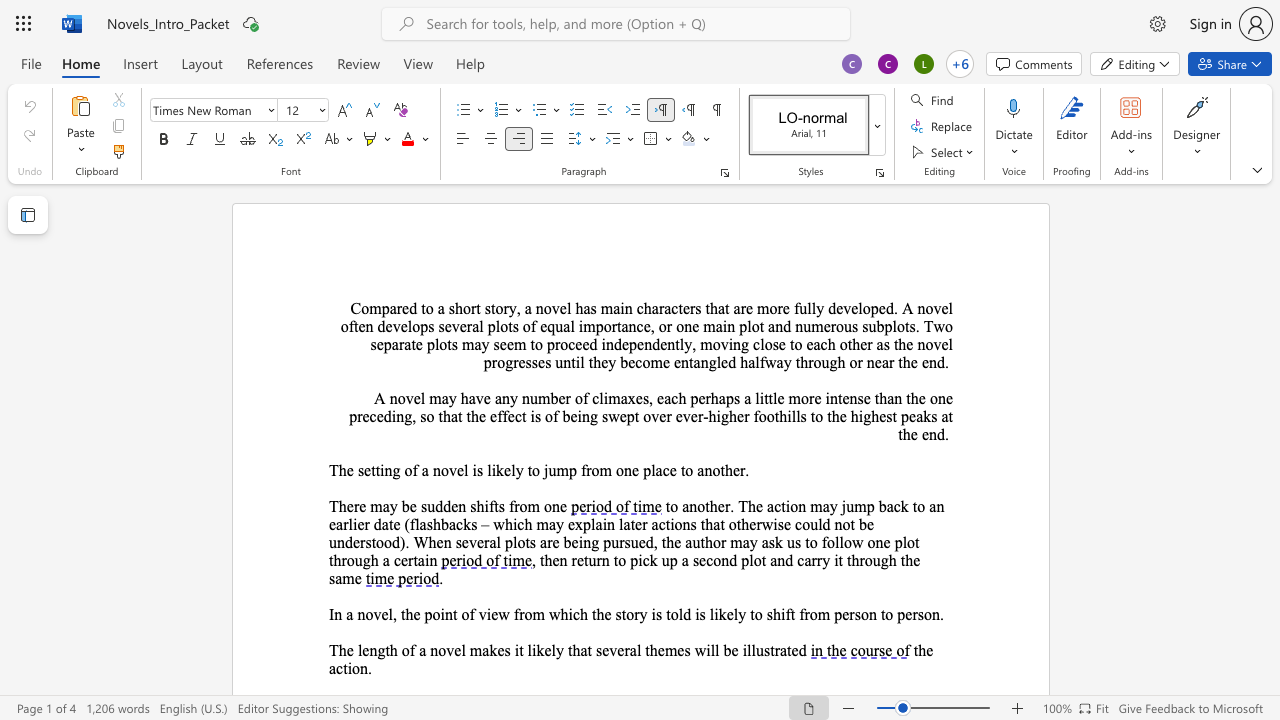 Image resolution: width=1280 pixels, height=720 pixels. What do you see at coordinates (585, 470) in the screenshot?
I see `the space between the continuous character "f" and "r" in the text` at bounding box center [585, 470].